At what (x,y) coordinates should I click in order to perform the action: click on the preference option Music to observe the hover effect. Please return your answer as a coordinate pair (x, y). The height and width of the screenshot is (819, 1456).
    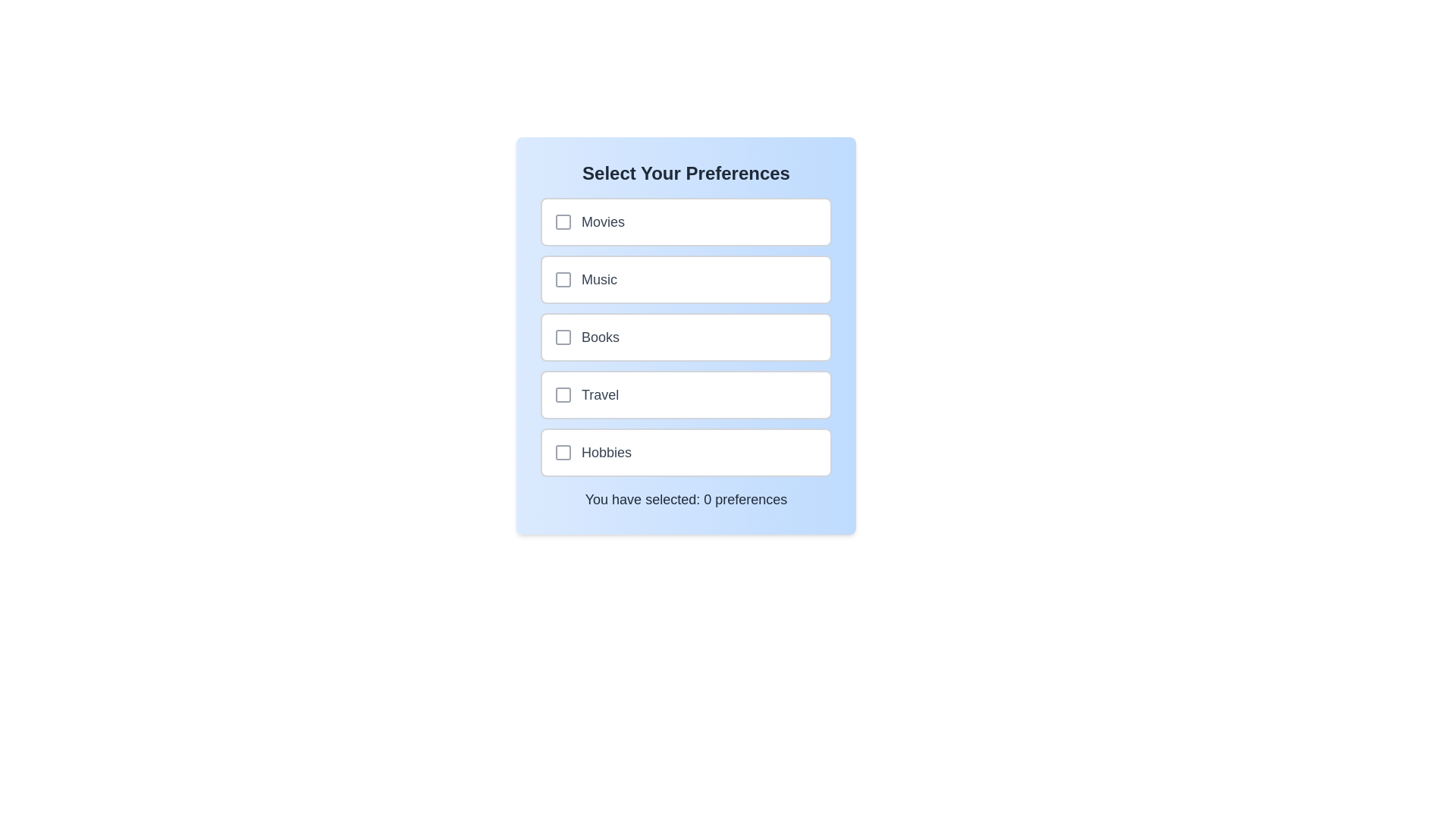
    Looking at the image, I should click on (686, 280).